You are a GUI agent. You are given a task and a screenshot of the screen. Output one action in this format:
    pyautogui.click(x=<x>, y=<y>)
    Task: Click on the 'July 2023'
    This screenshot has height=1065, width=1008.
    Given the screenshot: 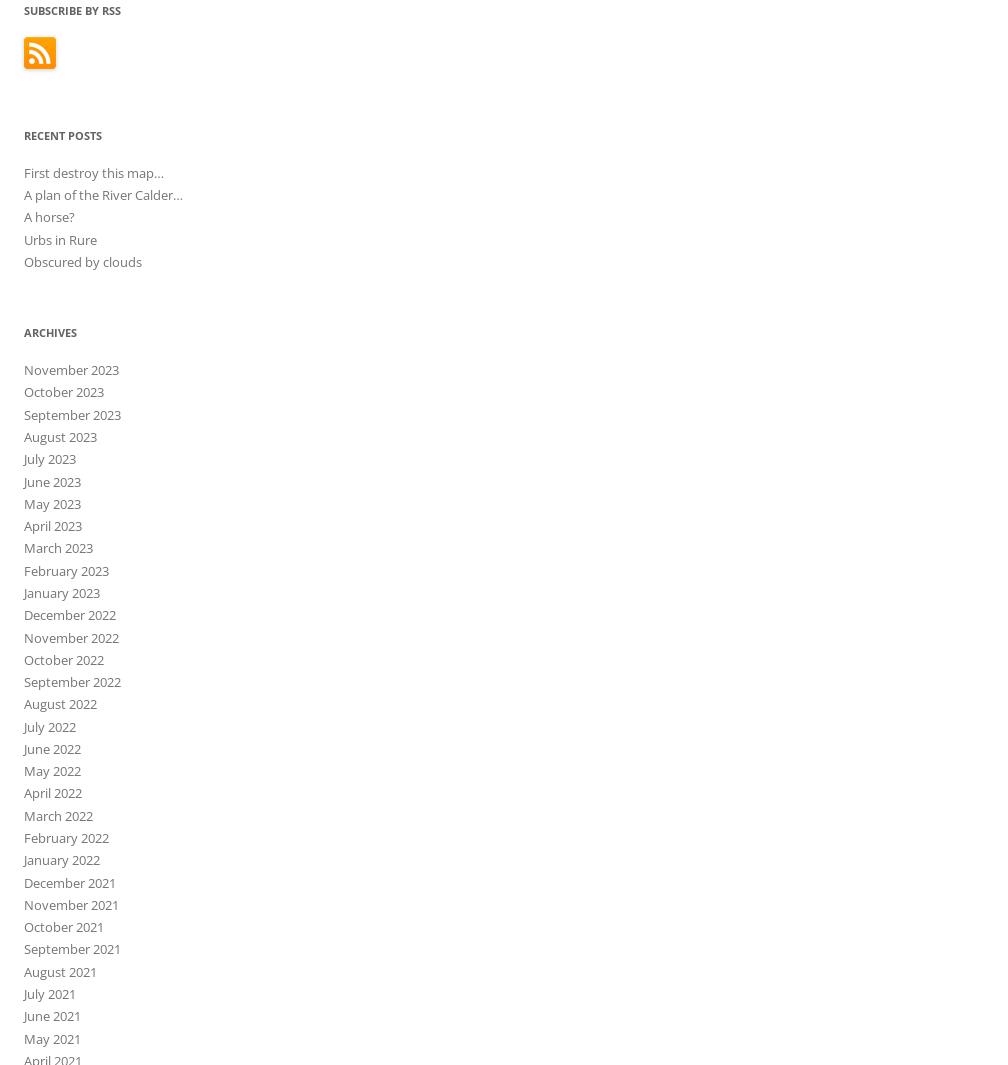 What is the action you would take?
    pyautogui.click(x=49, y=458)
    